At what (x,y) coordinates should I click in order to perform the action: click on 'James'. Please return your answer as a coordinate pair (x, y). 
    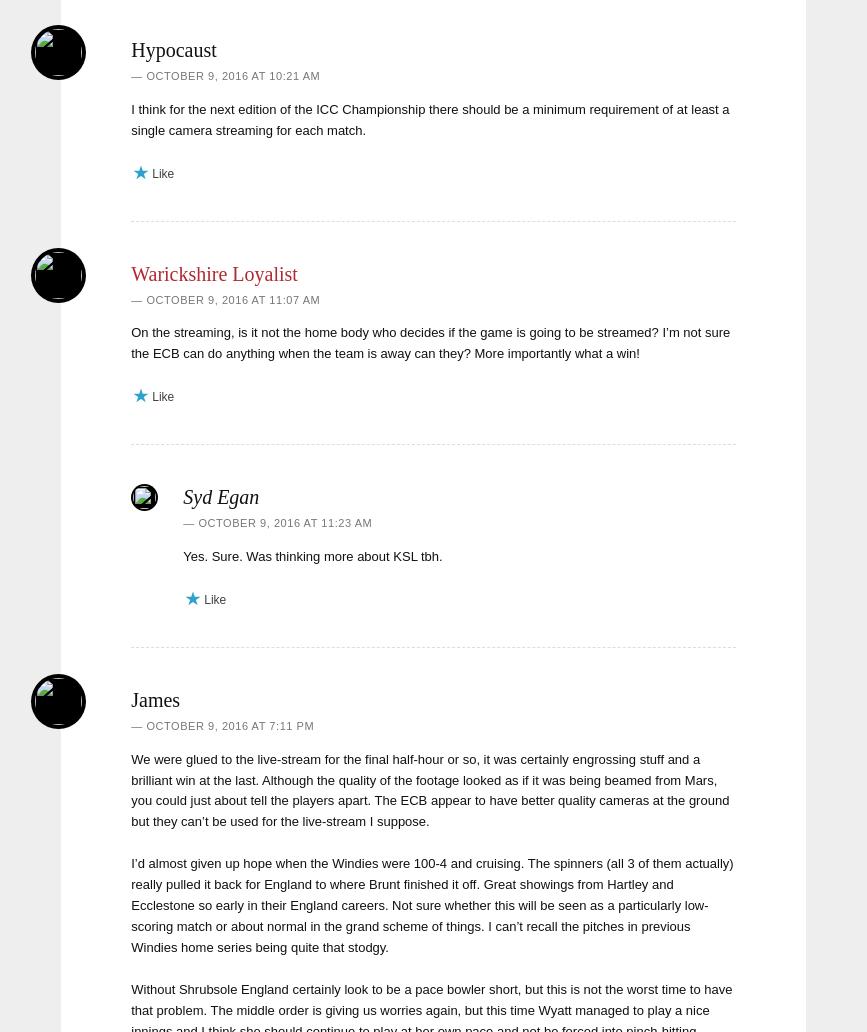
    Looking at the image, I should click on (155, 697).